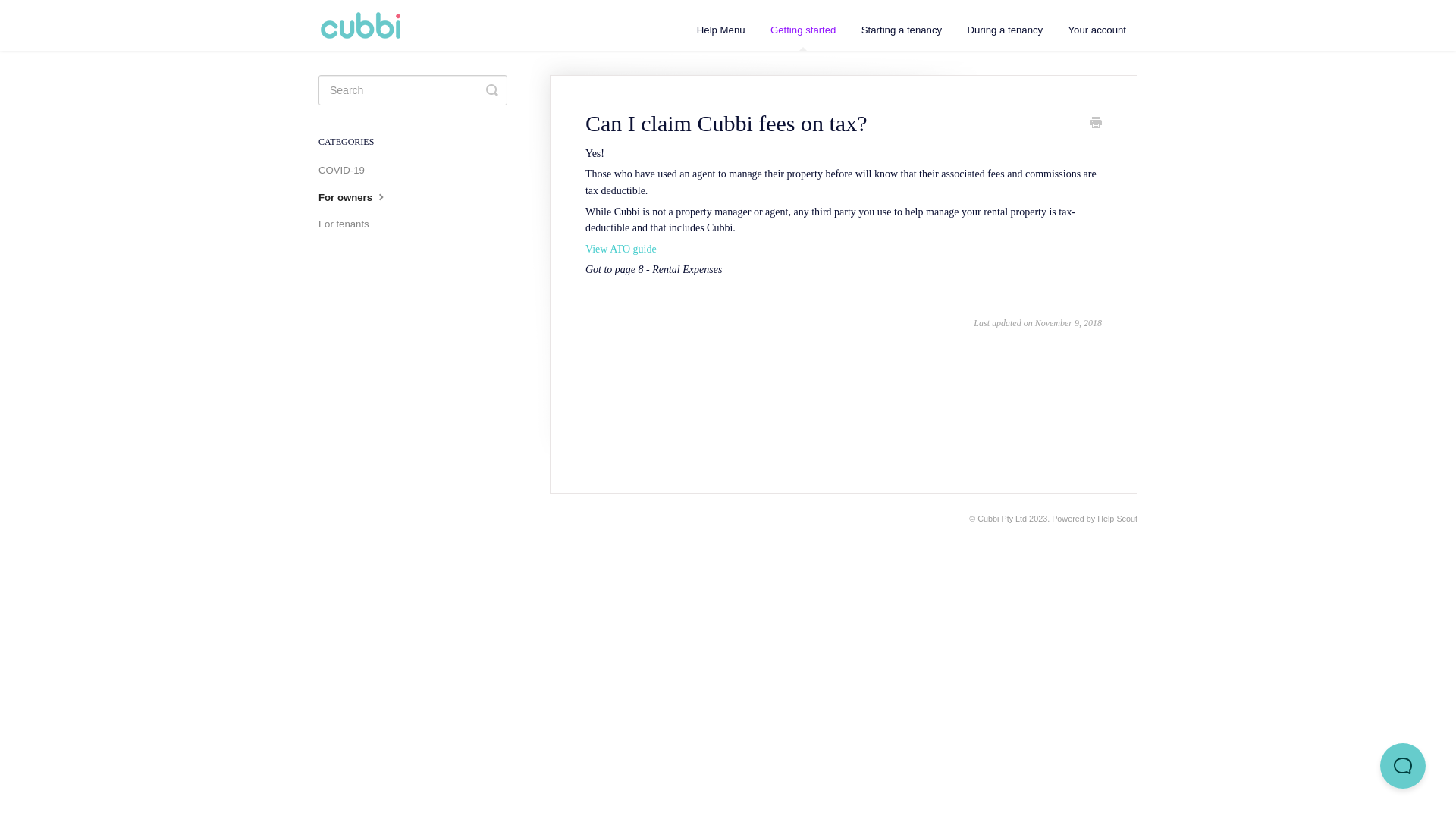 The height and width of the screenshot is (819, 1456). Describe the element at coordinates (486, 90) in the screenshot. I see `'Toggle Search'` at that location.